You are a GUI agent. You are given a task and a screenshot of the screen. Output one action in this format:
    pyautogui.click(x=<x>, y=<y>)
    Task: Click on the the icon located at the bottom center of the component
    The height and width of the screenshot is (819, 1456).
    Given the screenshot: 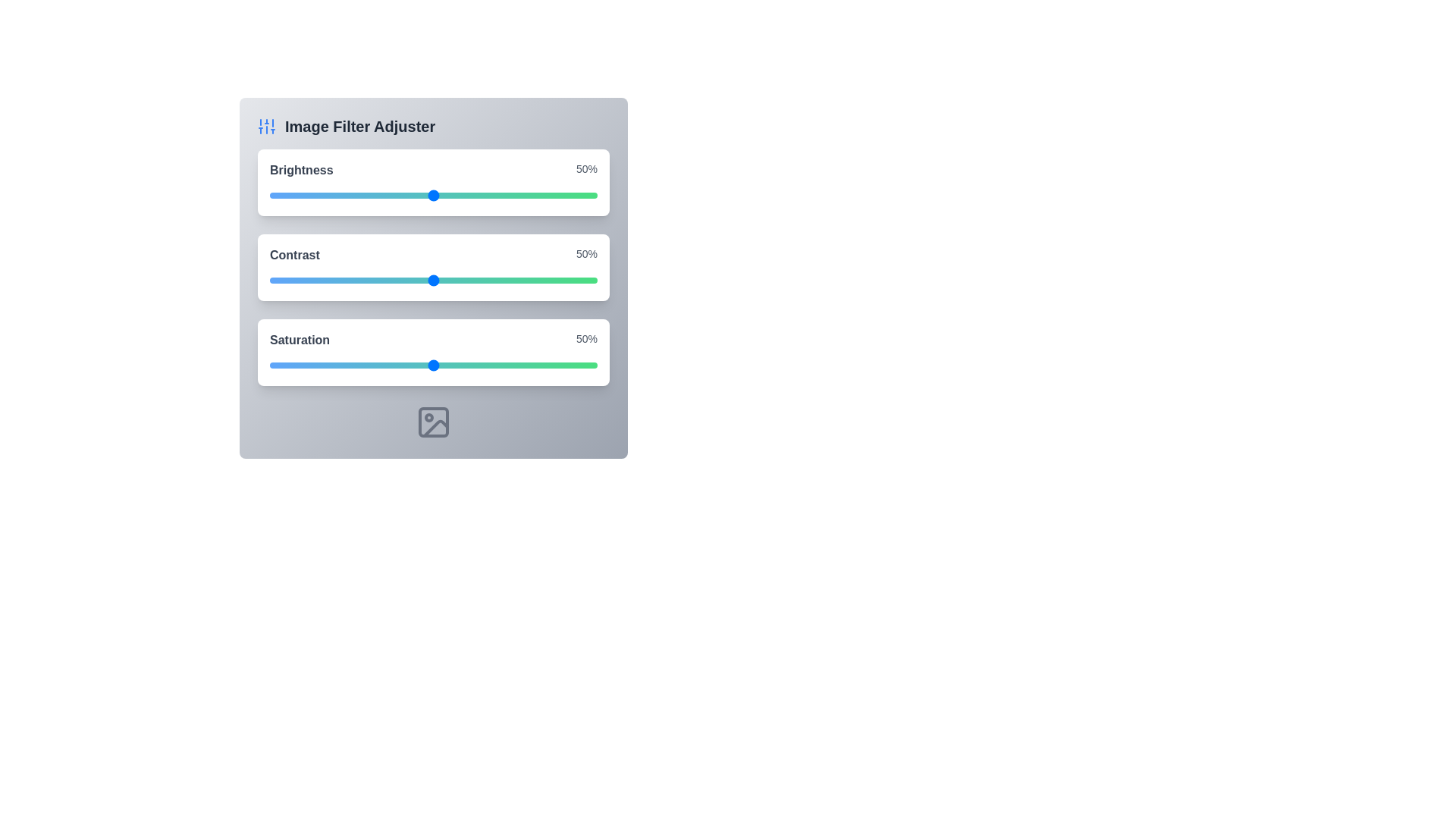 What is the action you would take?
    pyautogui.click(x=432, y=422)
    